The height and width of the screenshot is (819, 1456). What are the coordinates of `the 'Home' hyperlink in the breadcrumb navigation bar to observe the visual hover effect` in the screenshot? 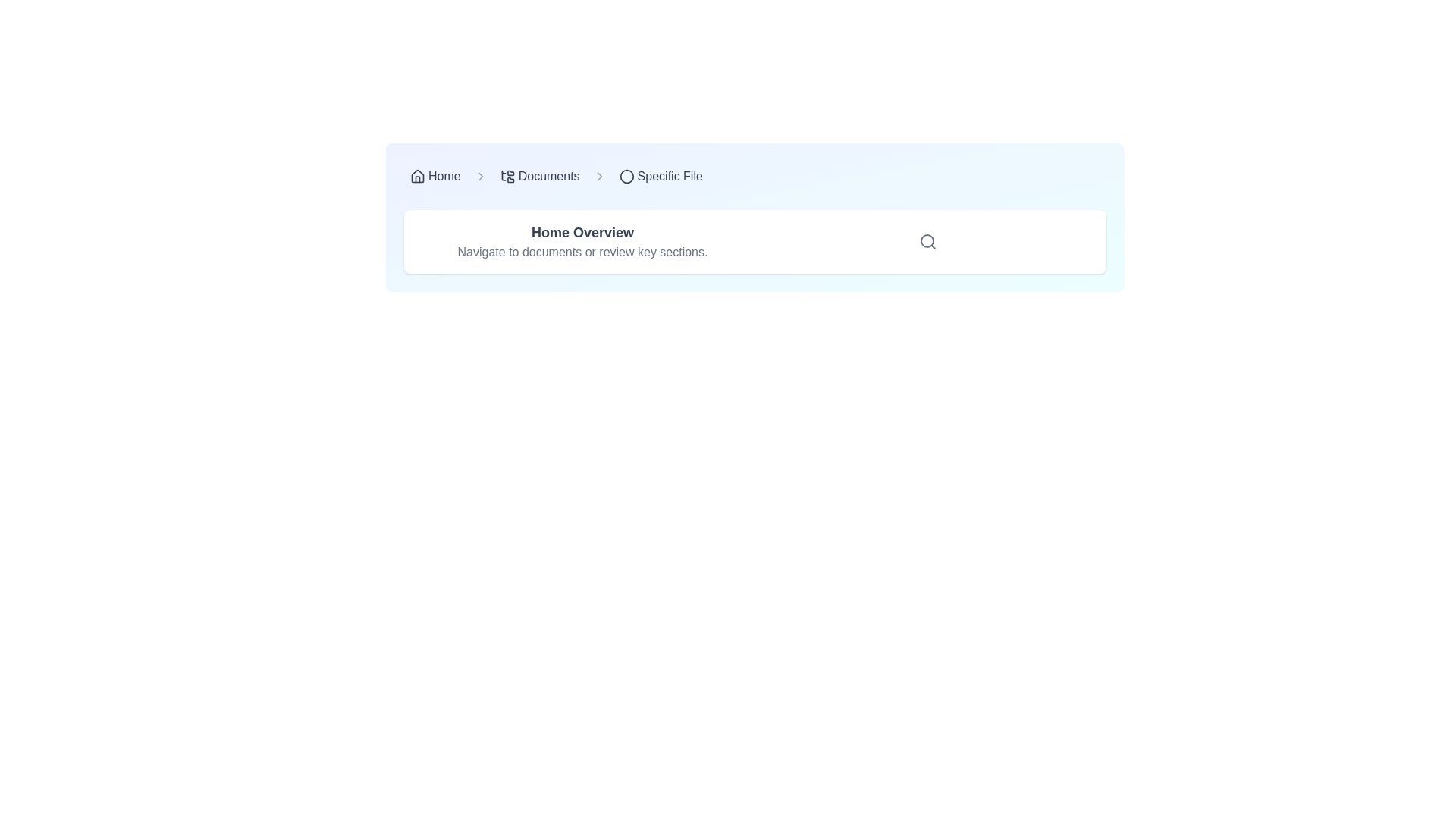 It's located at (435, 175).